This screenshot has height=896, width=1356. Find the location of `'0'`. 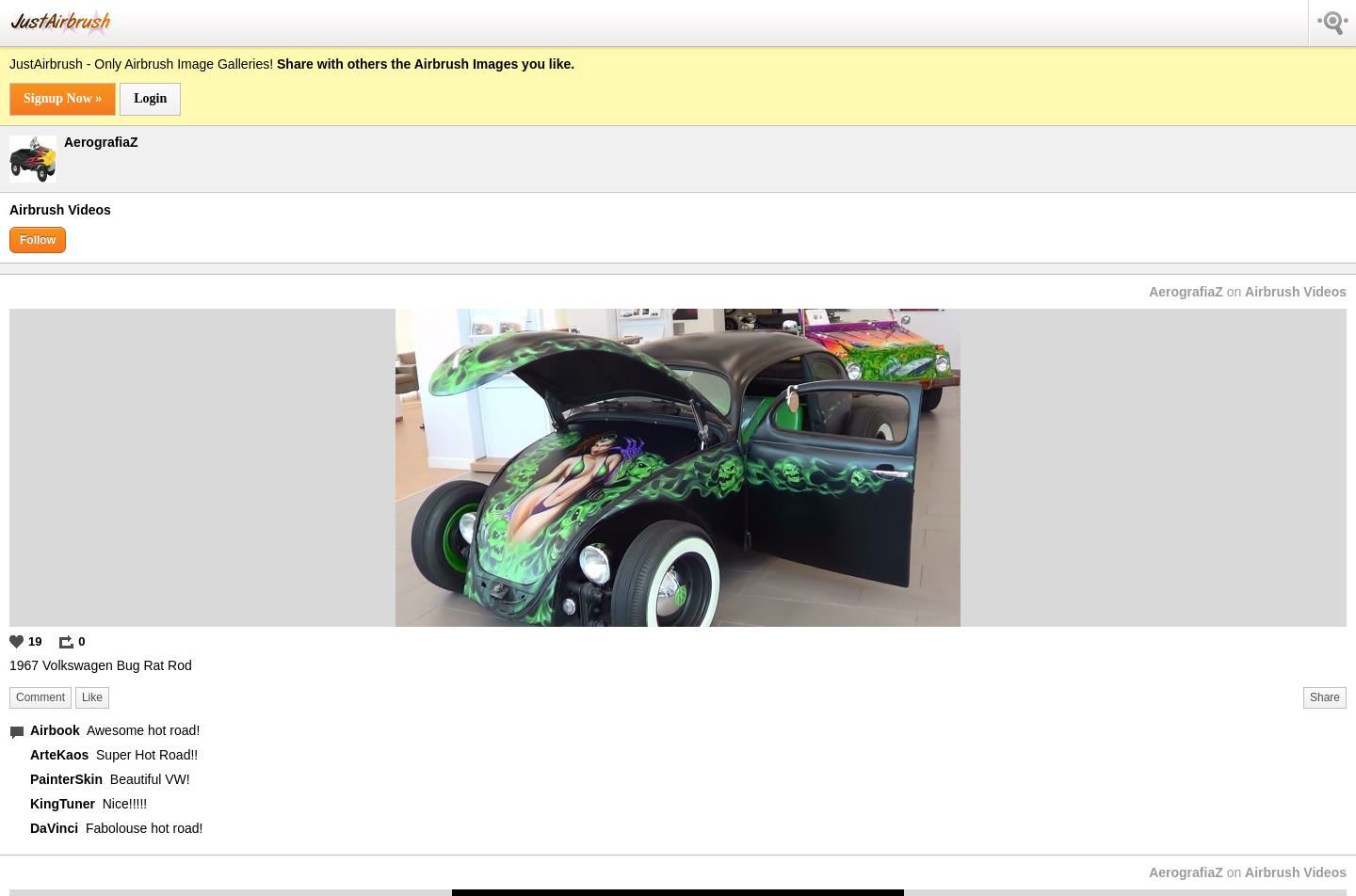

'0' is located at coordinates (77, 640).